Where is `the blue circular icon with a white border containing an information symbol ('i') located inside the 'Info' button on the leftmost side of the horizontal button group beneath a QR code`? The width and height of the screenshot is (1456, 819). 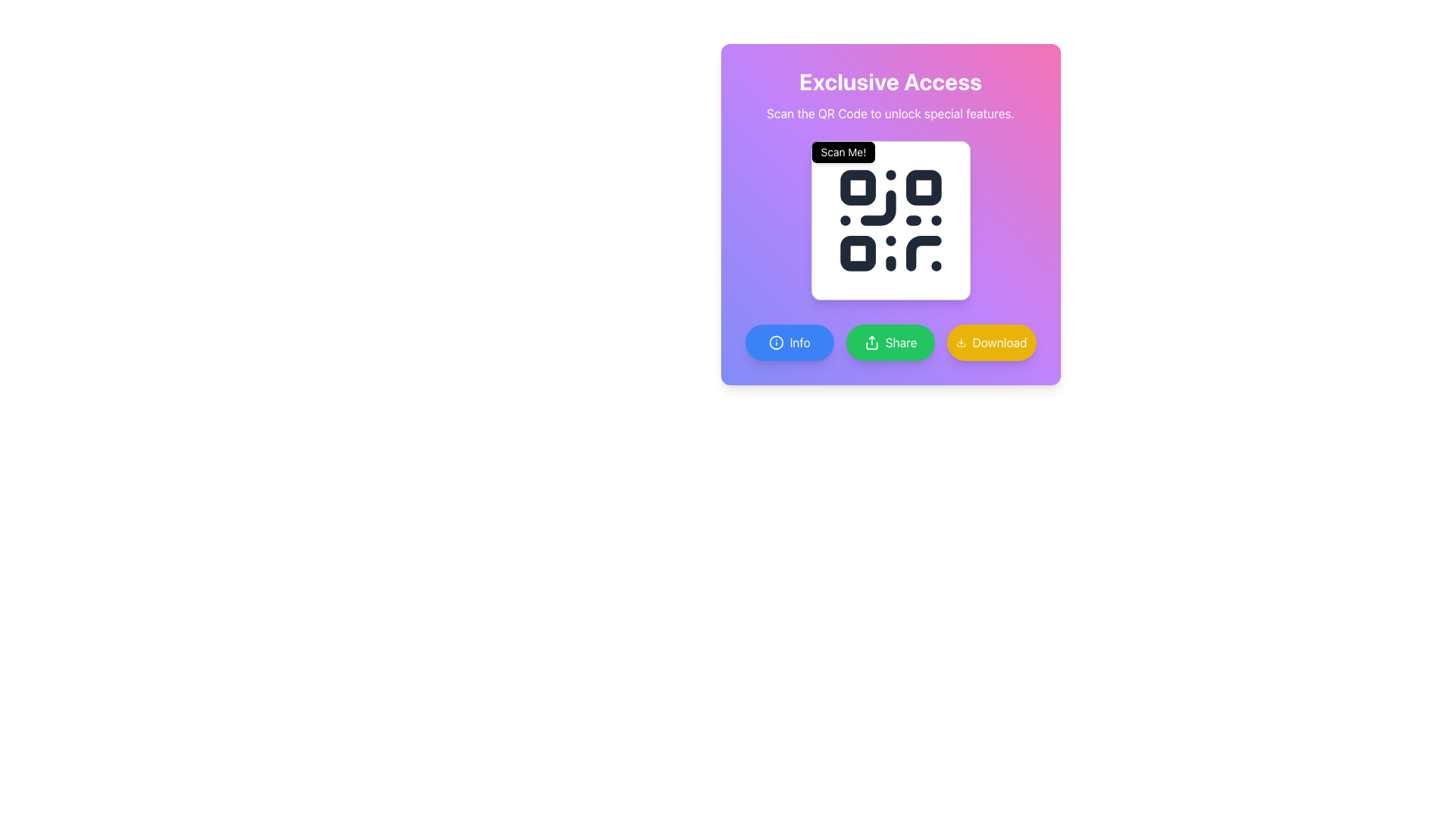 the blue circular icon with a white border containing an information symbol ('i') located inside the 'Info' button on the leftmost side of the horizontal button group beneath a QR code is located at coordinates (776, 342).